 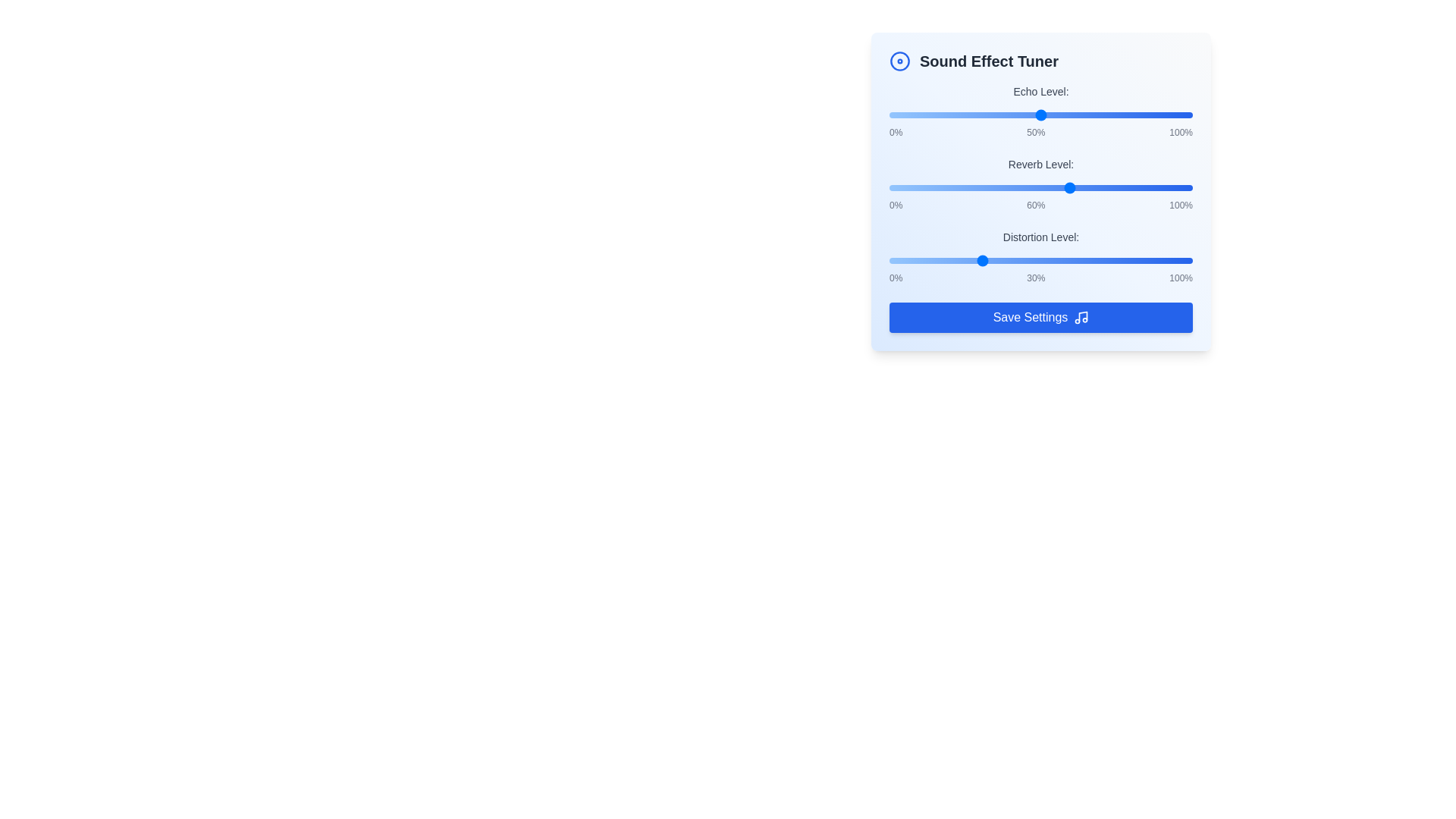 What do you see at coordinates (1107, 114) in the screenshot?
I see `the 'Echo Level' slider to 72%` at bounding box center [1107, 114].